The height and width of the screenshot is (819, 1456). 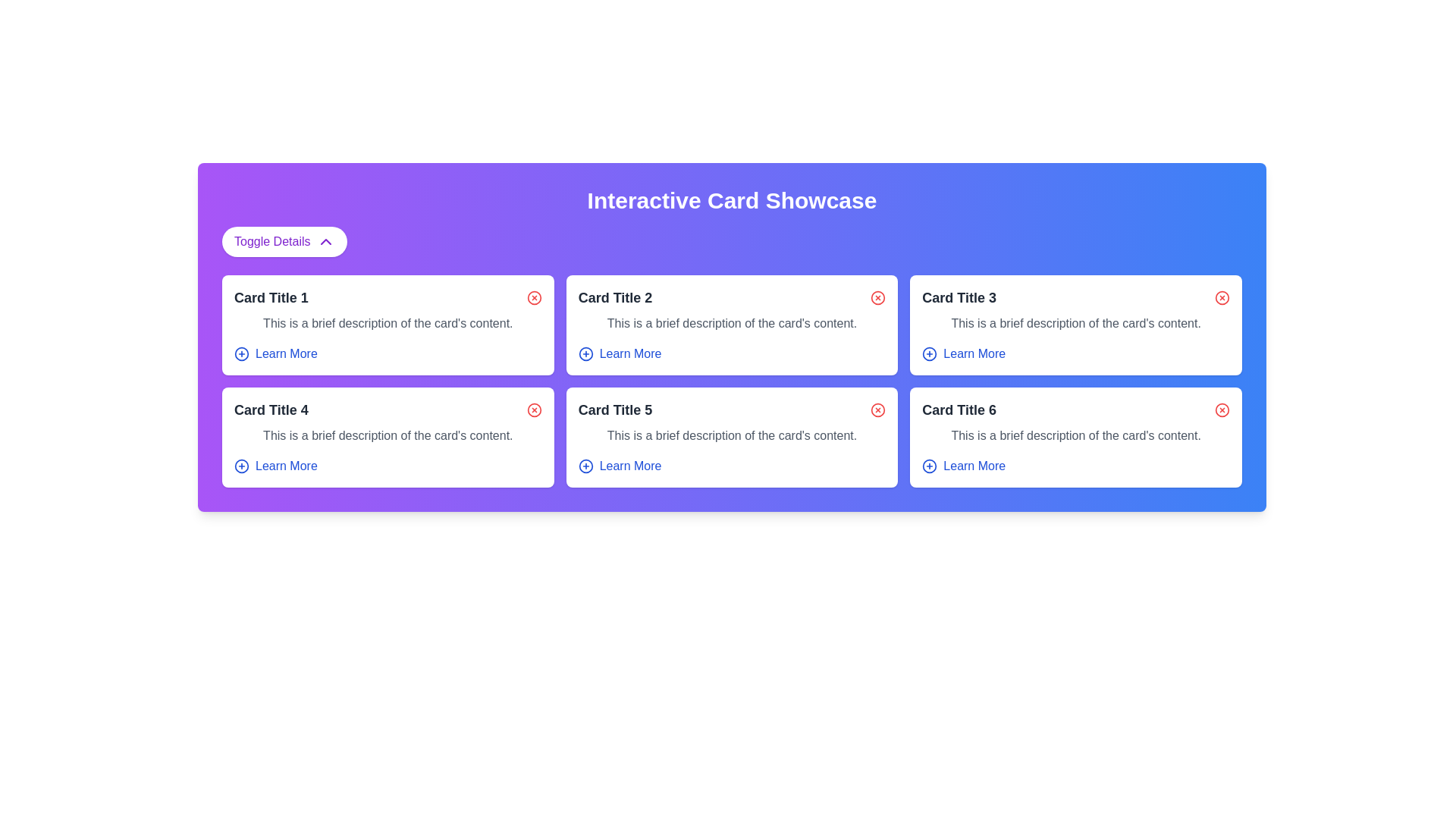 I want to click on the Graphic icon (SVG vector element) in the 'Learn More' section of 'Card Title 2', so click(x=585, y=353).